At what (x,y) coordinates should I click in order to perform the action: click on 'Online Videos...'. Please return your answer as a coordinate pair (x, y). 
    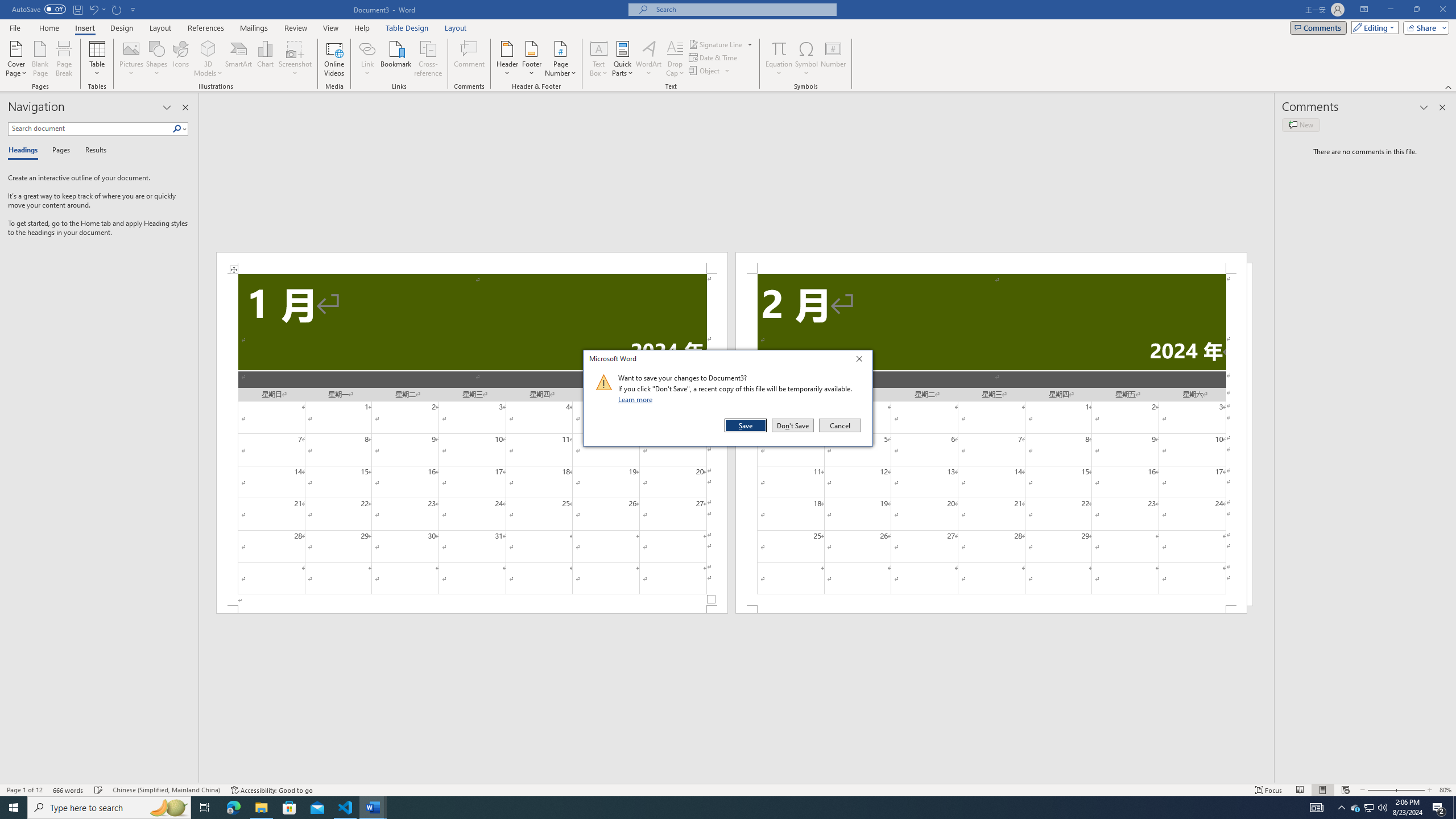
    Looking at the image, I should click on (334, 59).